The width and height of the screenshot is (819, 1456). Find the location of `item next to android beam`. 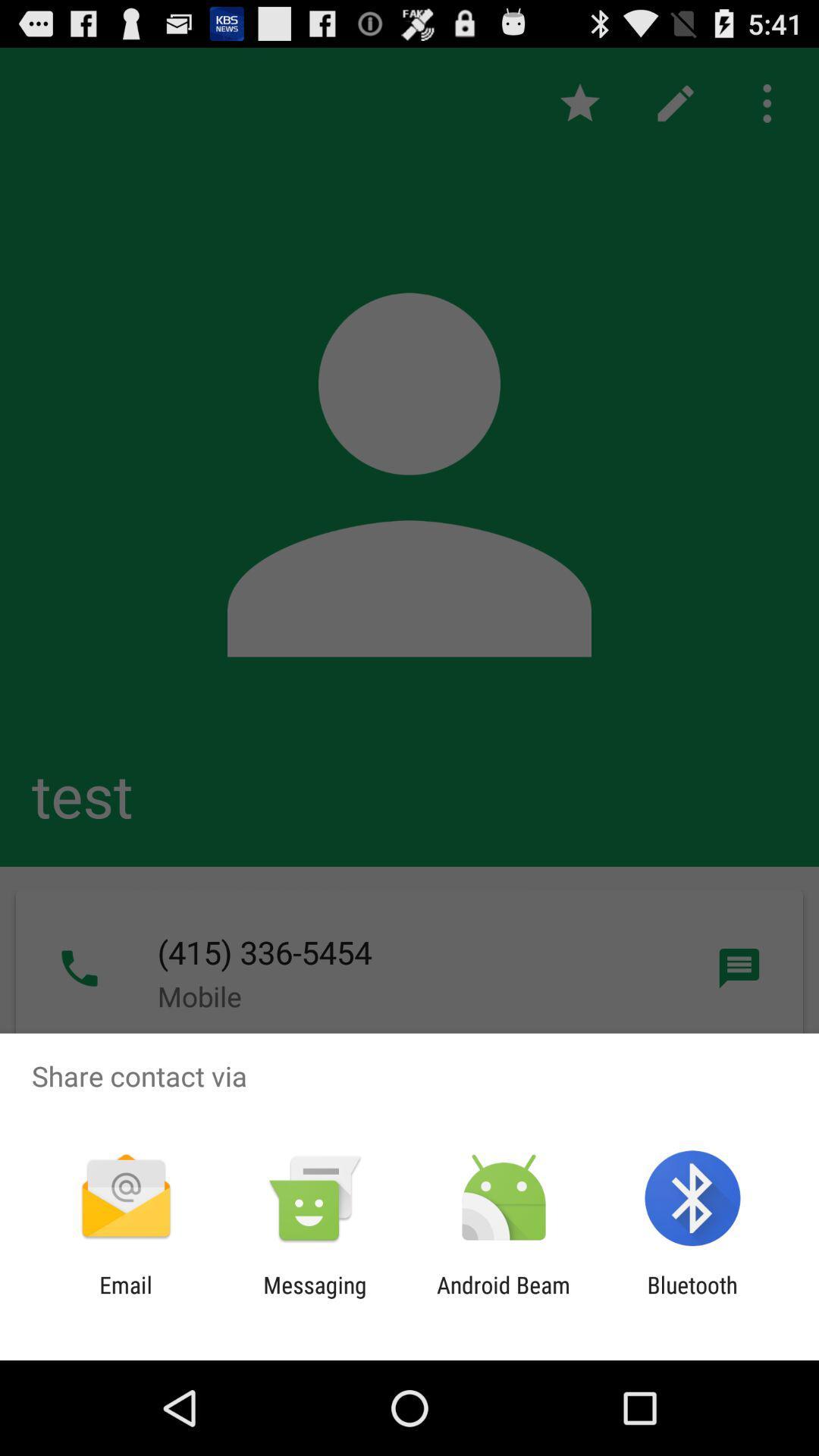

item next to android beam is located at coordinates (314, 1298).